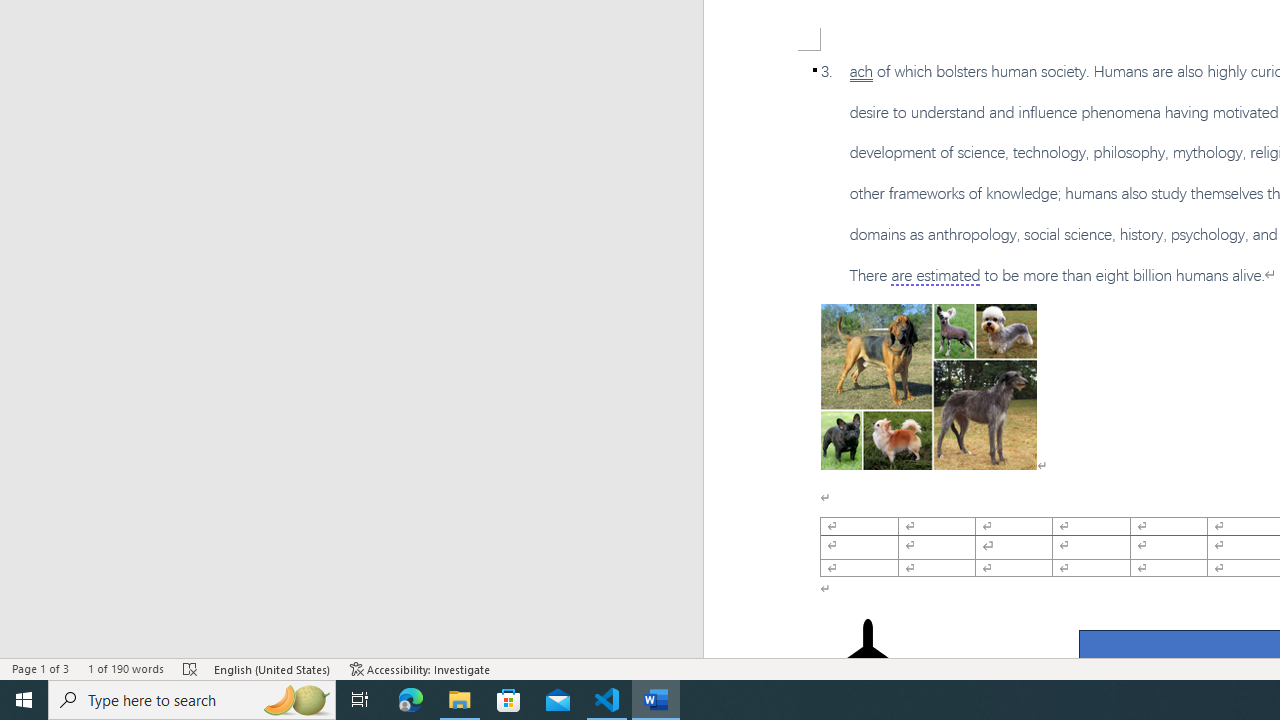  I want to click on 'Morphological variation in six dogs', so click(927, 387).